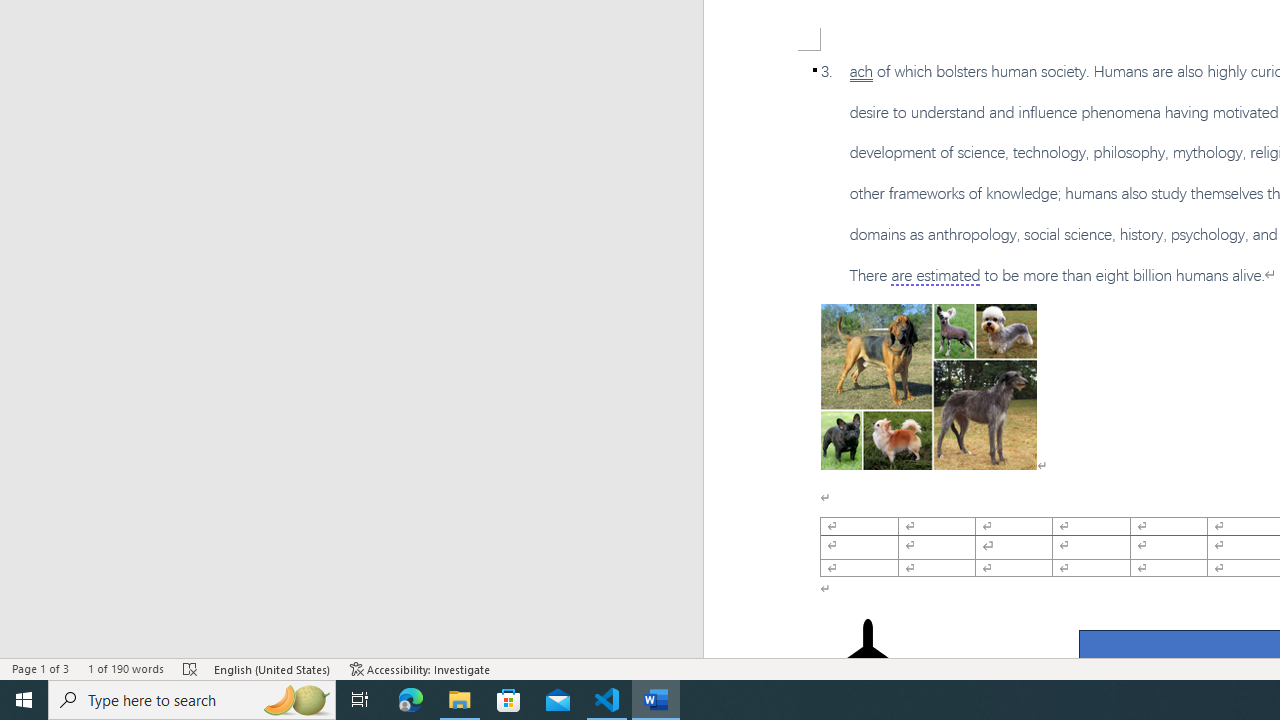  I want to click on 'Morphological variation in six dogs', so click(927, 387).